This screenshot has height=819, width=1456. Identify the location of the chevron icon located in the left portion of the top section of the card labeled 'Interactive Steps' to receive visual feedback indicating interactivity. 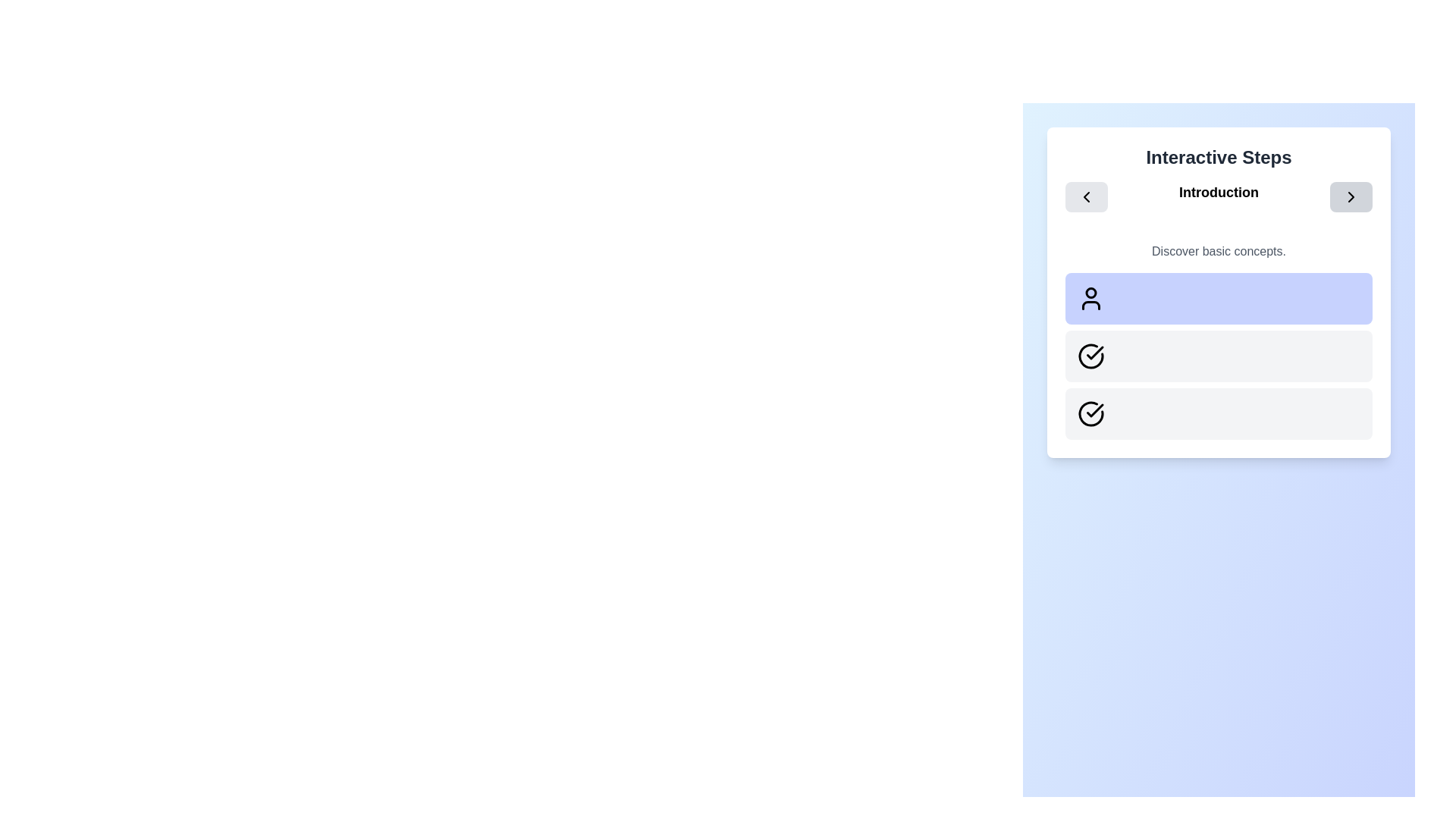
(1086, 196).